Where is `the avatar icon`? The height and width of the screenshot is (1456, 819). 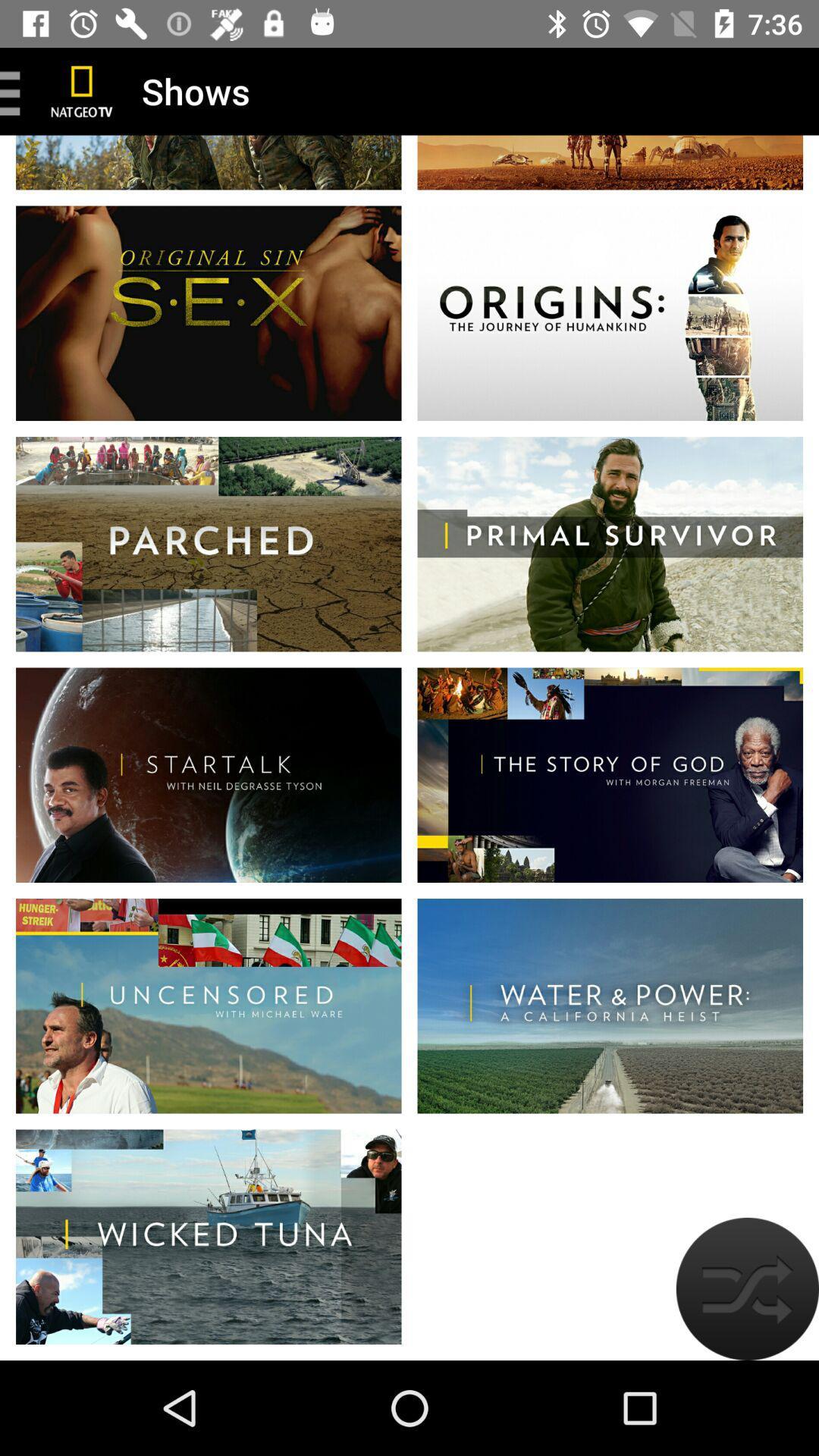
the avatar icon is located at coordinates (746, 1288).